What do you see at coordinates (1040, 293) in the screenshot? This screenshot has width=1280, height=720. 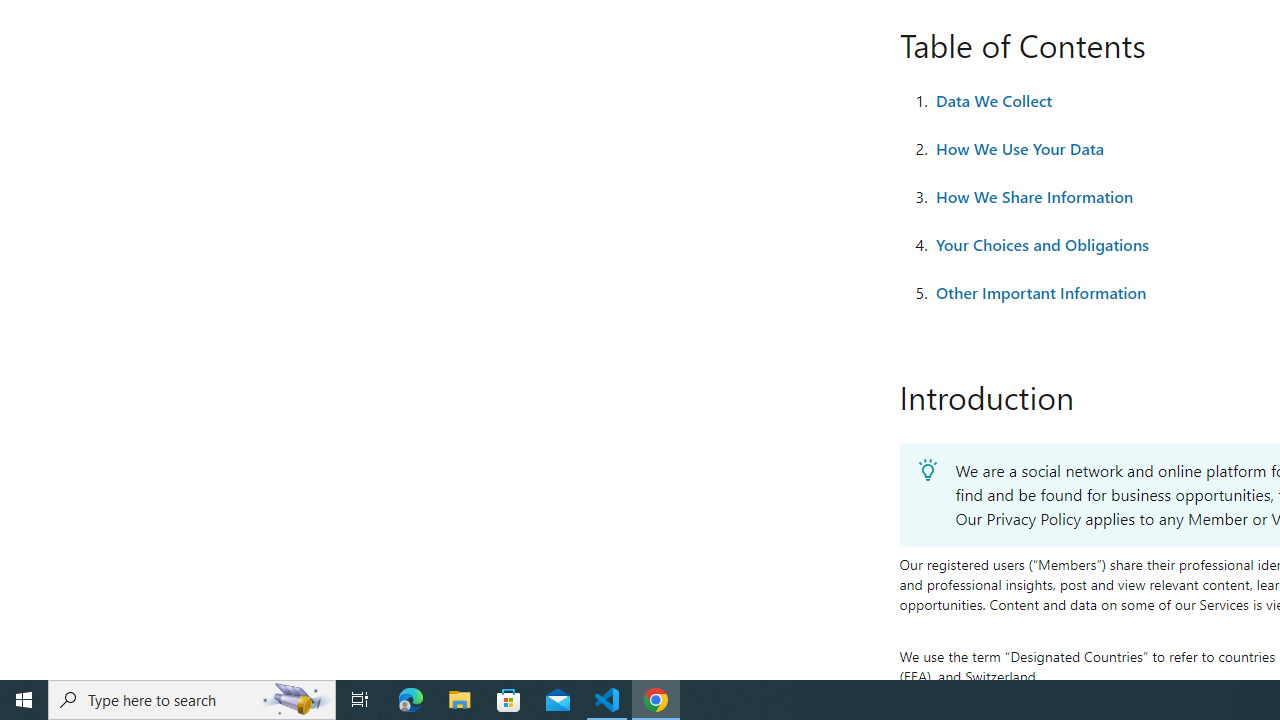 I see `'Other Important Information'` at bounding box center [1040, 293].